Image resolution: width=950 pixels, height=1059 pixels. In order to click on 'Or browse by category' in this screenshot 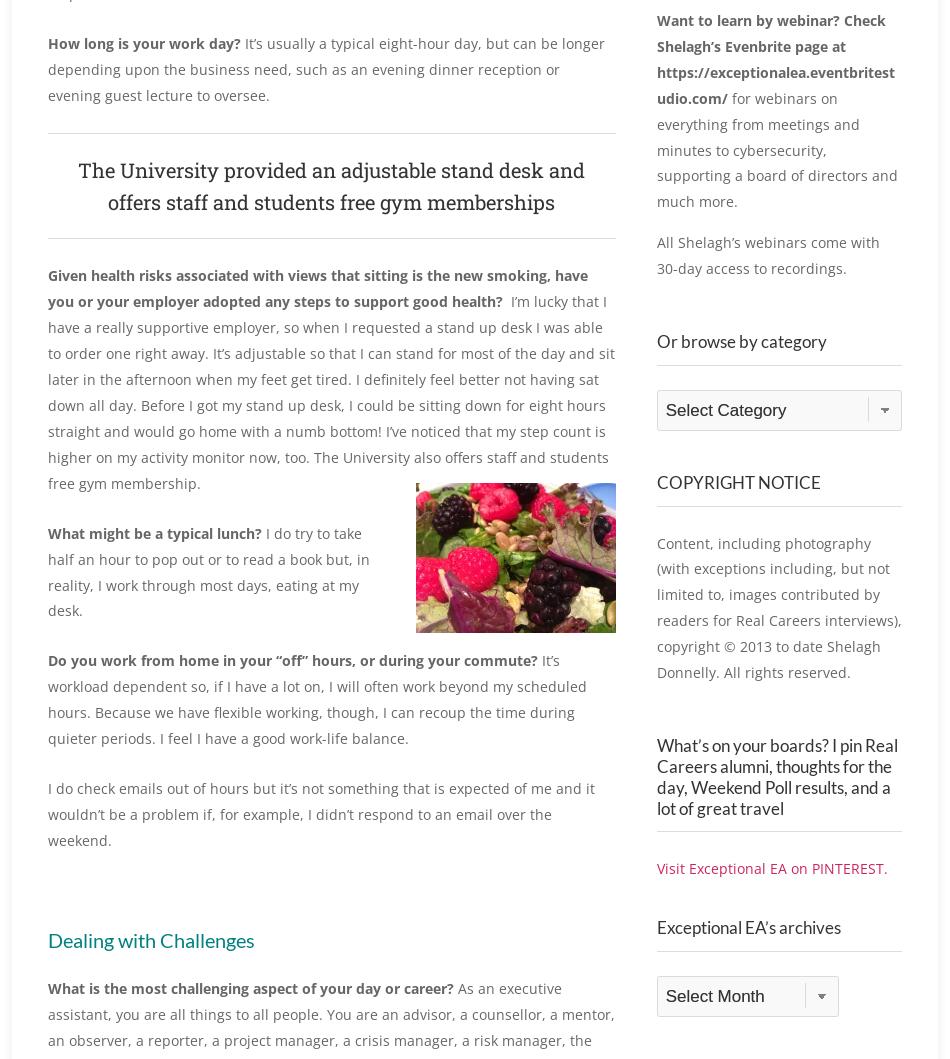, I will do `click(740, 361)`.